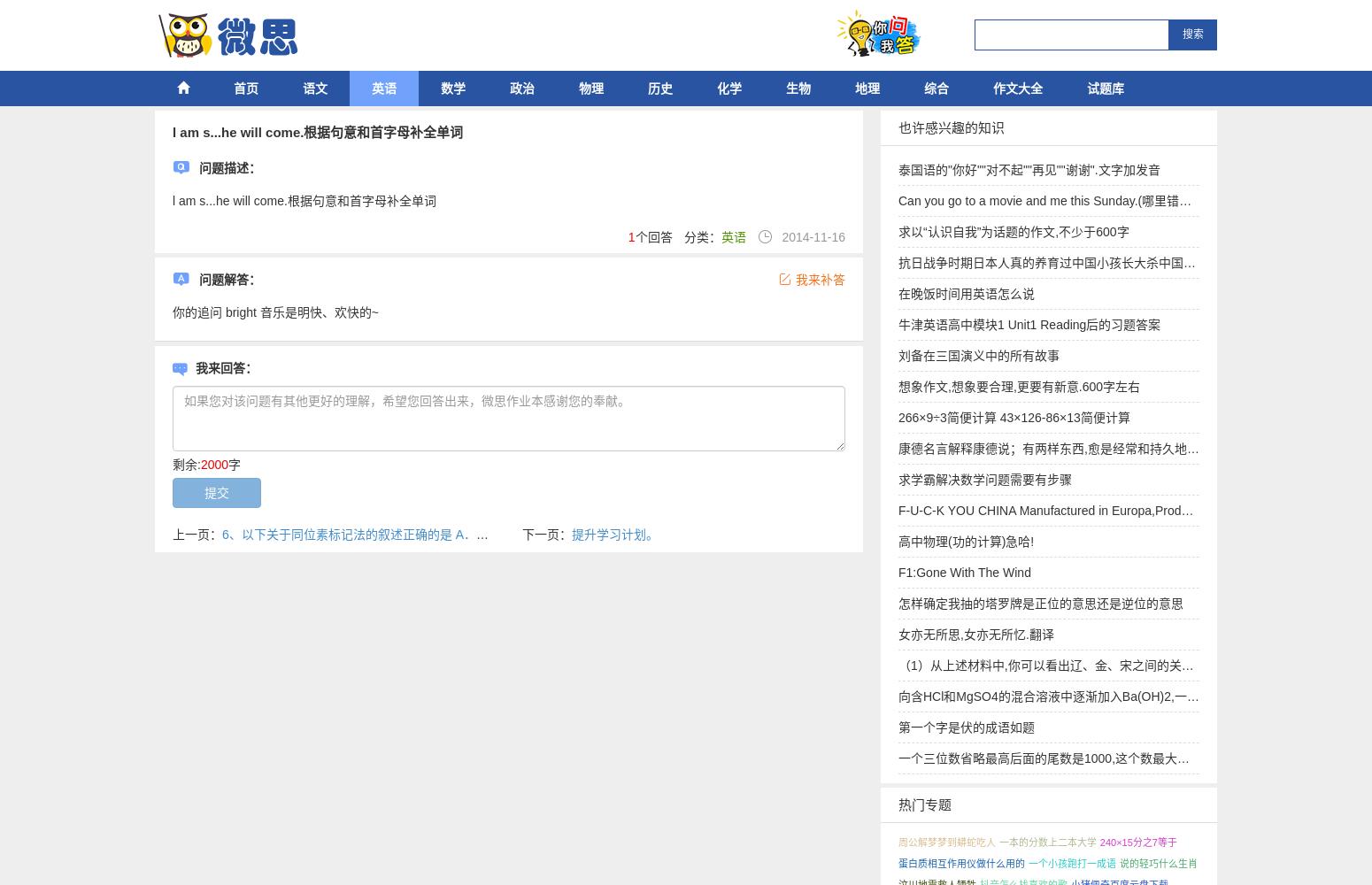 The image size is (1372, 885). Describe the element at coordinates (963, 573) in the screenshot. I see `'F1:Gone With The Wind'` at that location.